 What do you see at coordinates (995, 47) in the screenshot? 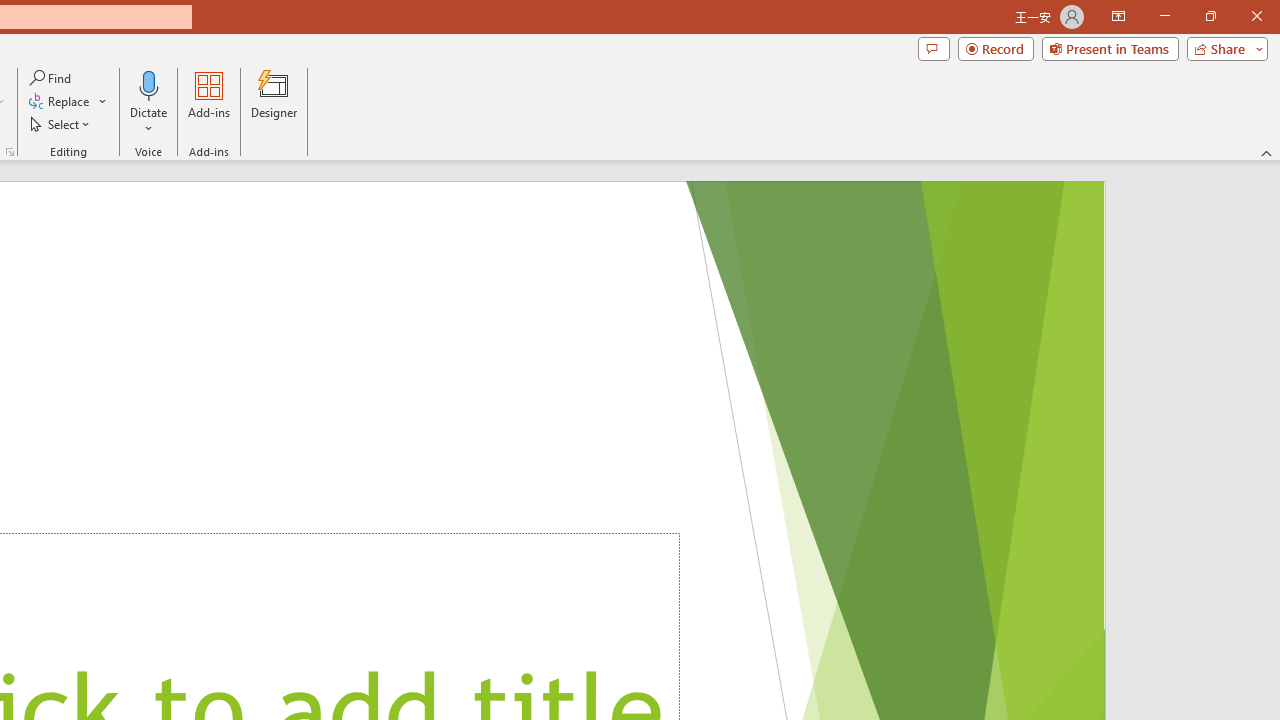
I see `'Record'` at bounding box center [995, 47].